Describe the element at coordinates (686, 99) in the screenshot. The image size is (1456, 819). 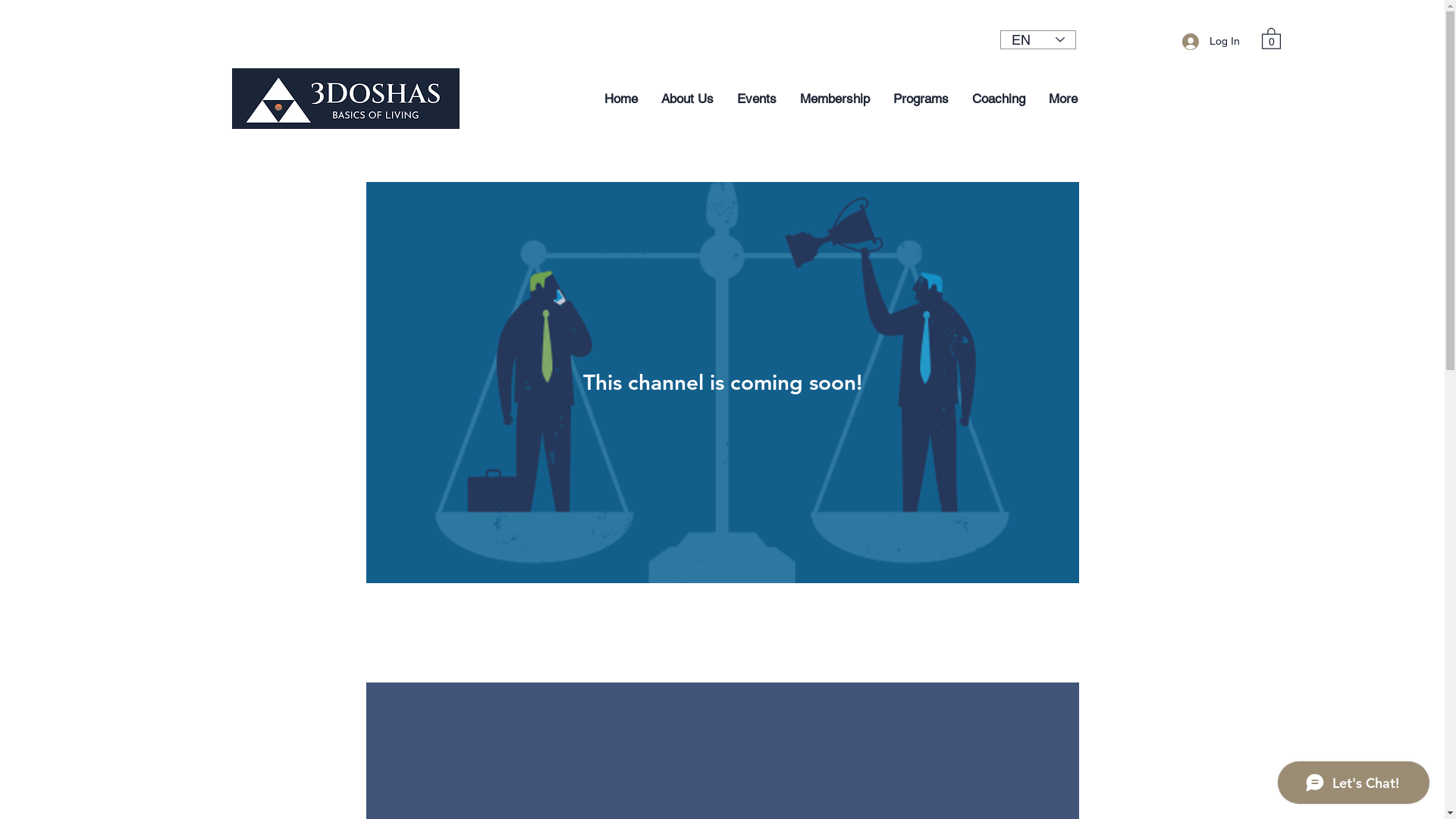
I see `'About Us'` at that location.